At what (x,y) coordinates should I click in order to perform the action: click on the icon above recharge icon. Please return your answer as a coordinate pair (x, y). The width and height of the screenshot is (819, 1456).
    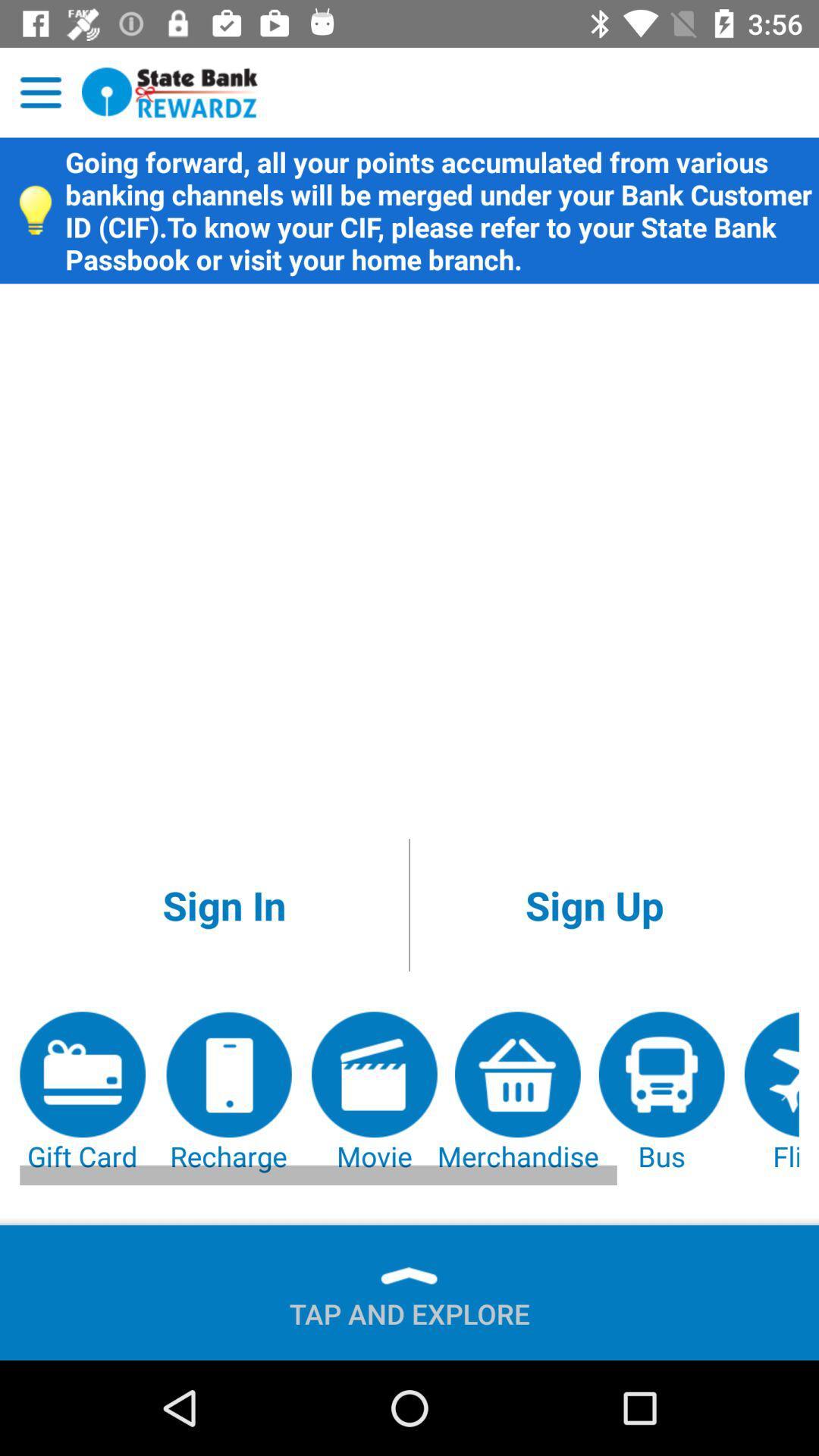
    Looking at the image, I should click on (224, 905).